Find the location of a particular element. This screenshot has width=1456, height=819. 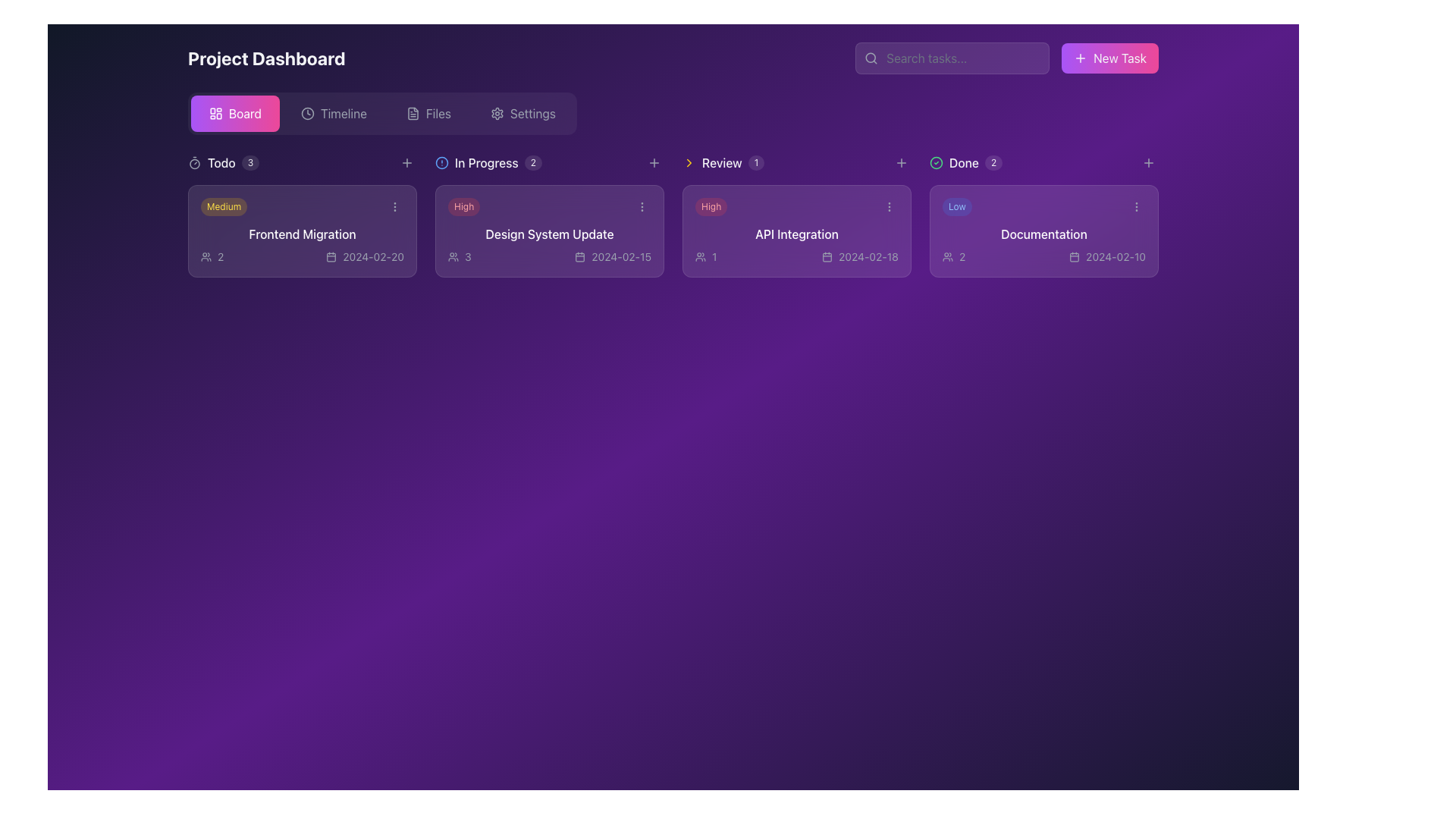

the small rectangular badge with rounded corners, filled with a light red background and the text 'High' in red, located inside the 'Design System Update' card in the 'In Progress' column is located at coordinates (463, 207).